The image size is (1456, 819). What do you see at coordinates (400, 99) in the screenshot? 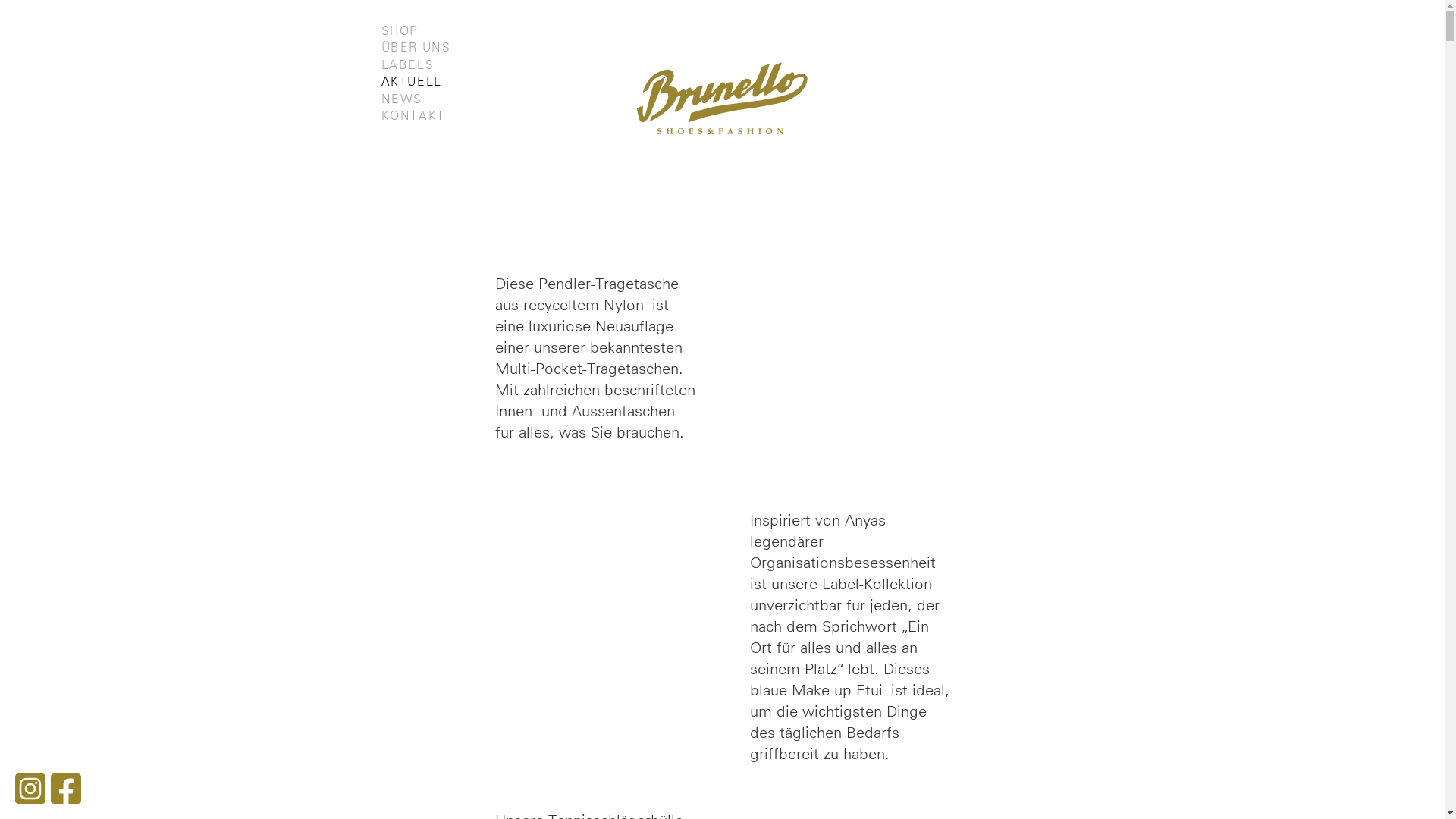
I see `'NEWS'` at bounding box center [400, 99].